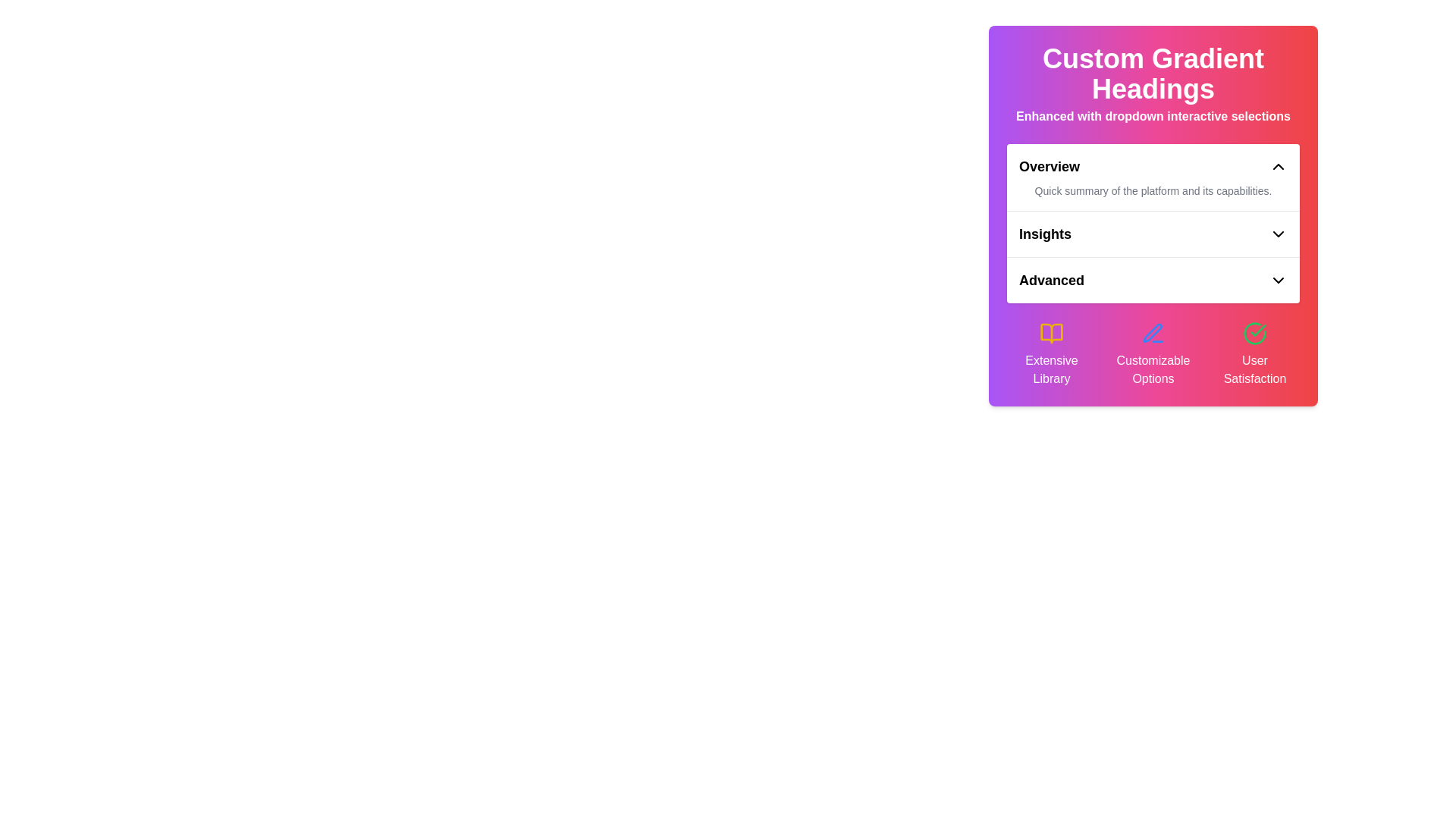 Image resolution: width=1456 pixels, height=819 pixels. Describe the element at coordinates (1153, 190) in the screenshot. I see `the Text label providing a brief description or summary relevant to the 'Overview' section, located directly below the 'Overview' heading in a gradient-colored panel` at that location.